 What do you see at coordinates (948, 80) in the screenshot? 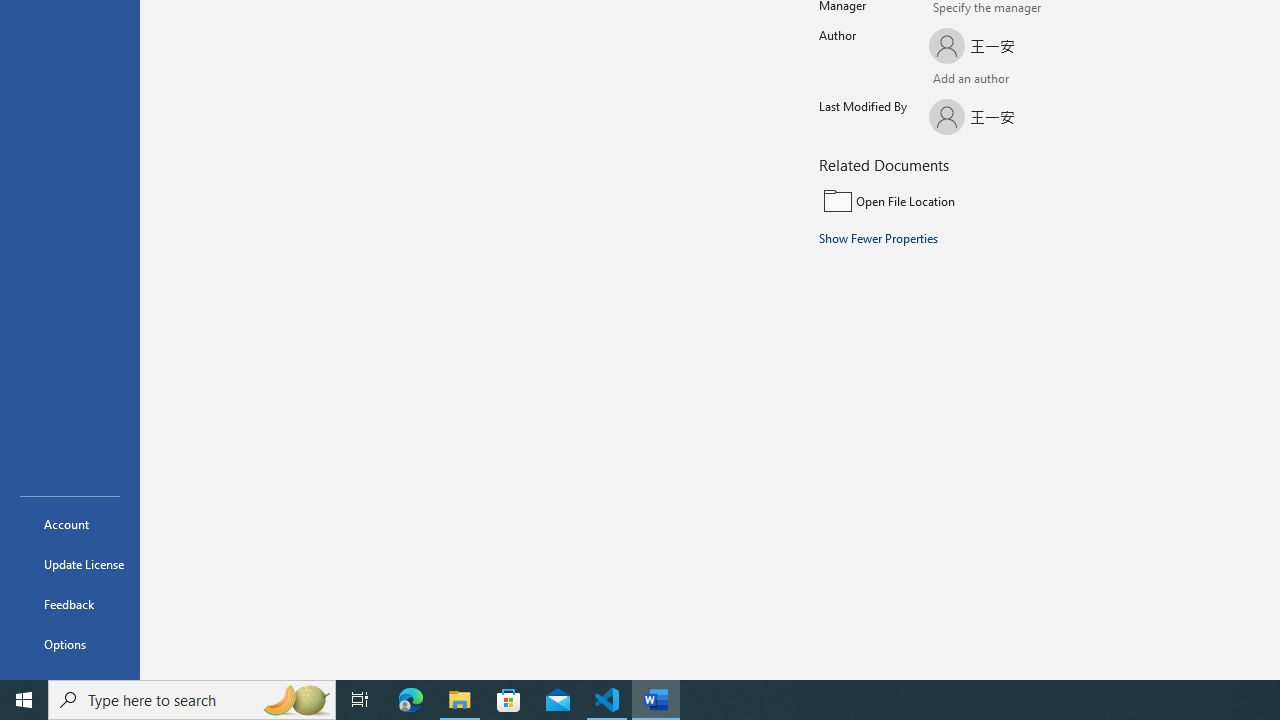
I see `'Add an author'` at bounding box center [948, 80].